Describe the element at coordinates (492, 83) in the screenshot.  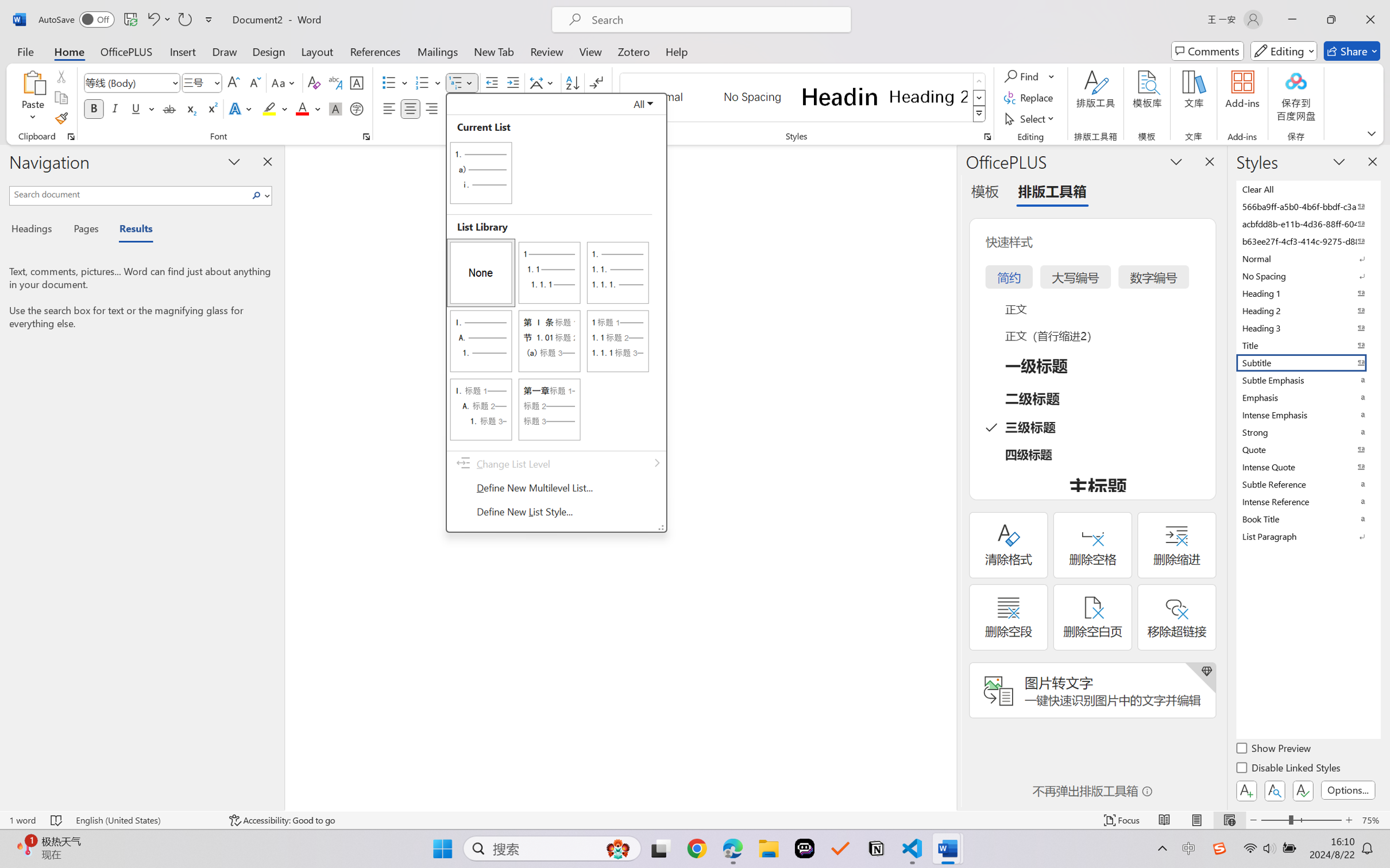
I see `'Decrease Indent'` at that location.